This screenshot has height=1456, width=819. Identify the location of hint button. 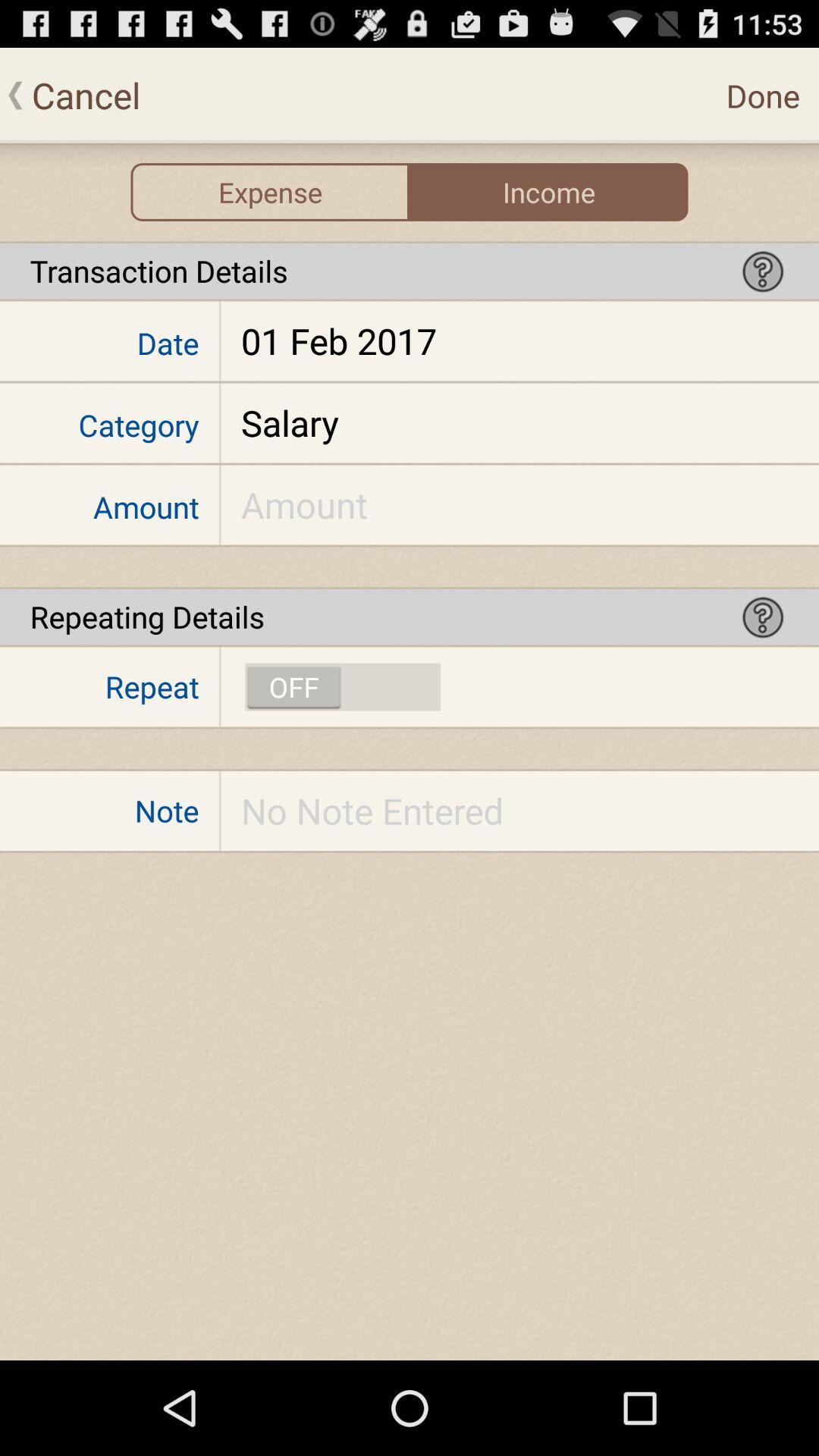
(763, 271).